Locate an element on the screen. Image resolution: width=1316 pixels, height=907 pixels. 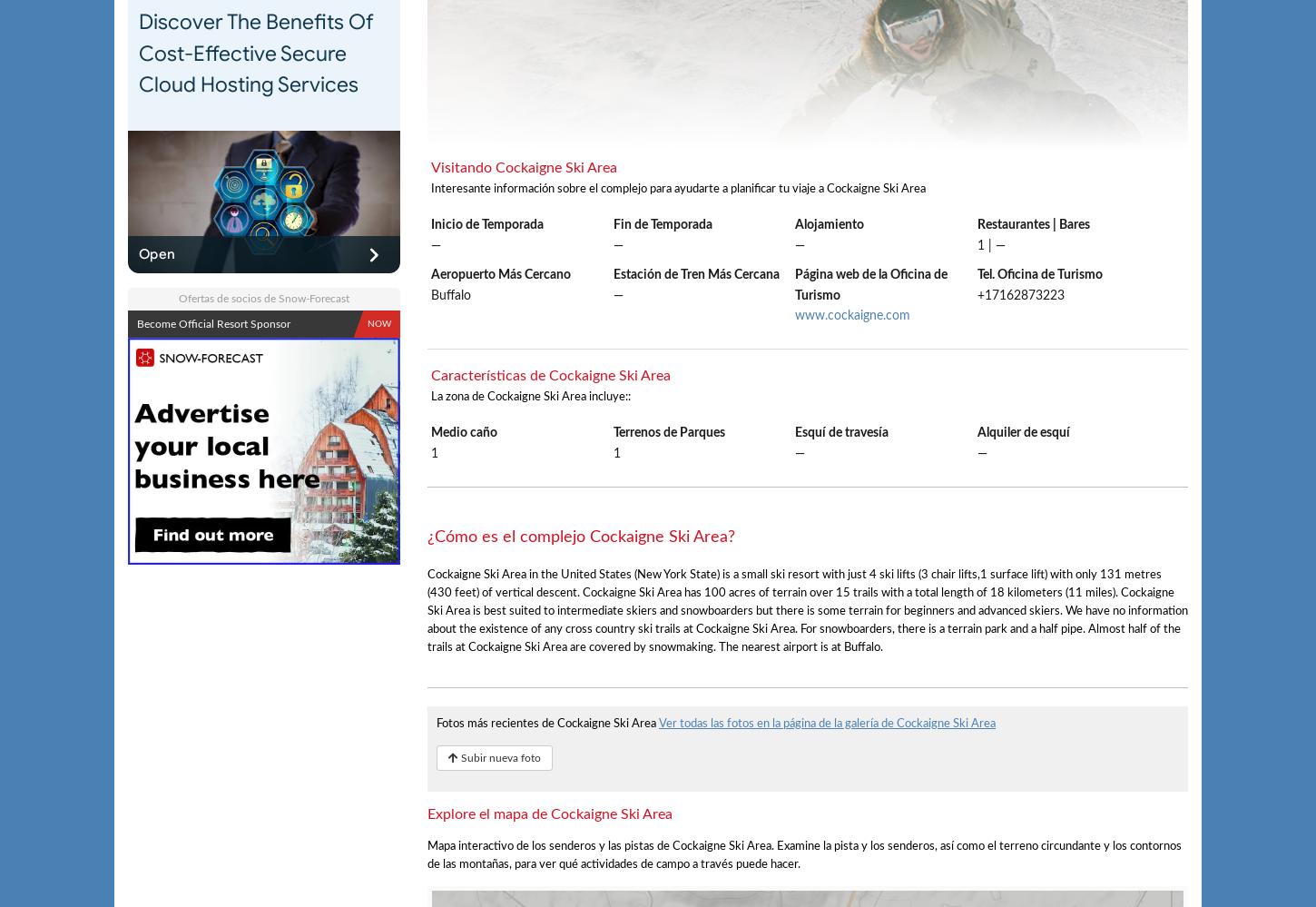
'La zona de Cockaigne Ski Area incluye::' is located at coordinates (530, 396).